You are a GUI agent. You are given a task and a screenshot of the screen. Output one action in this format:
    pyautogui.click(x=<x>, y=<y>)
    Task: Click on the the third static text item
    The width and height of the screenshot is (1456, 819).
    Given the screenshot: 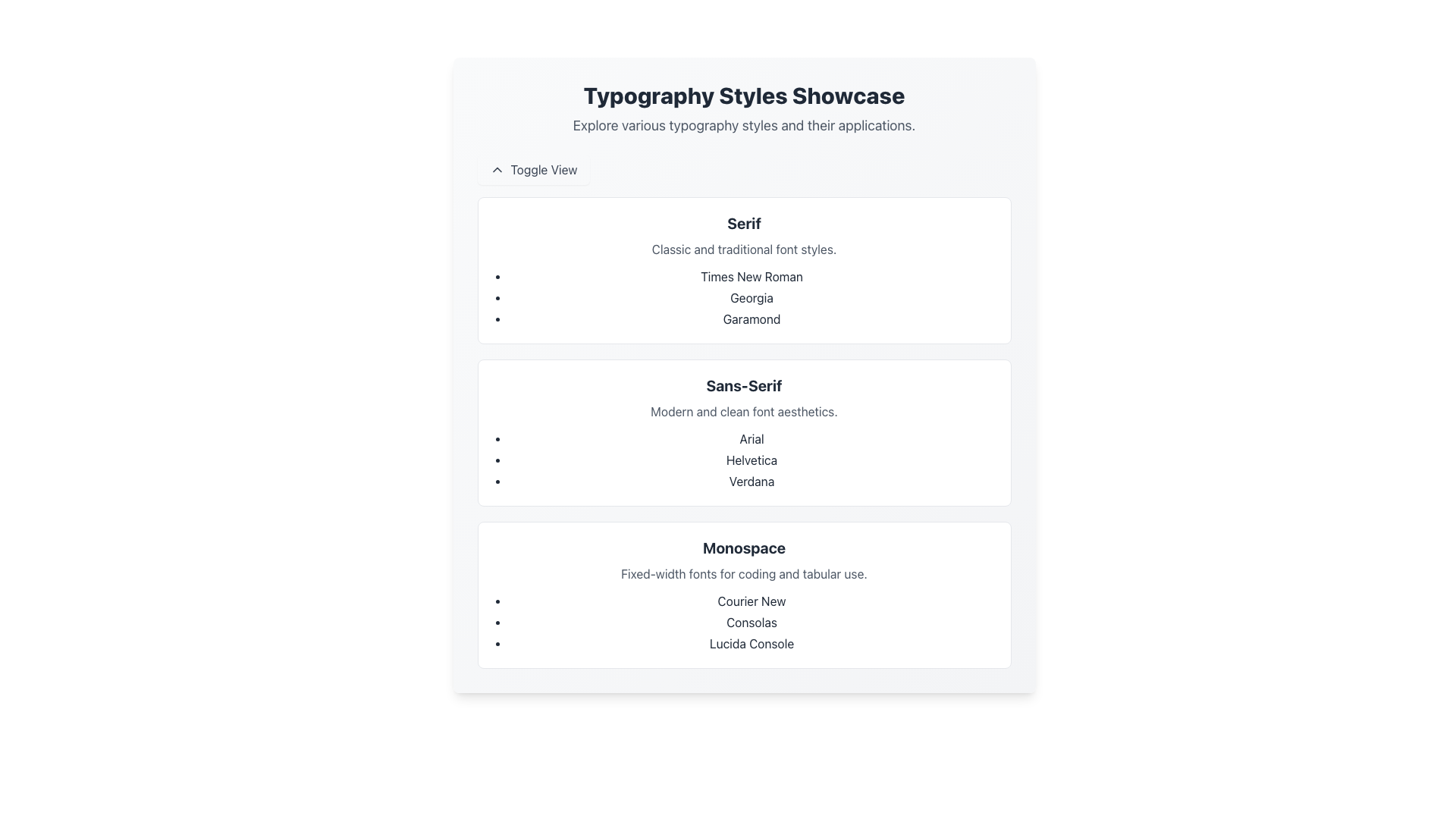 What is the action you would take?
    pyautogui.click(x=752, y=643)
    